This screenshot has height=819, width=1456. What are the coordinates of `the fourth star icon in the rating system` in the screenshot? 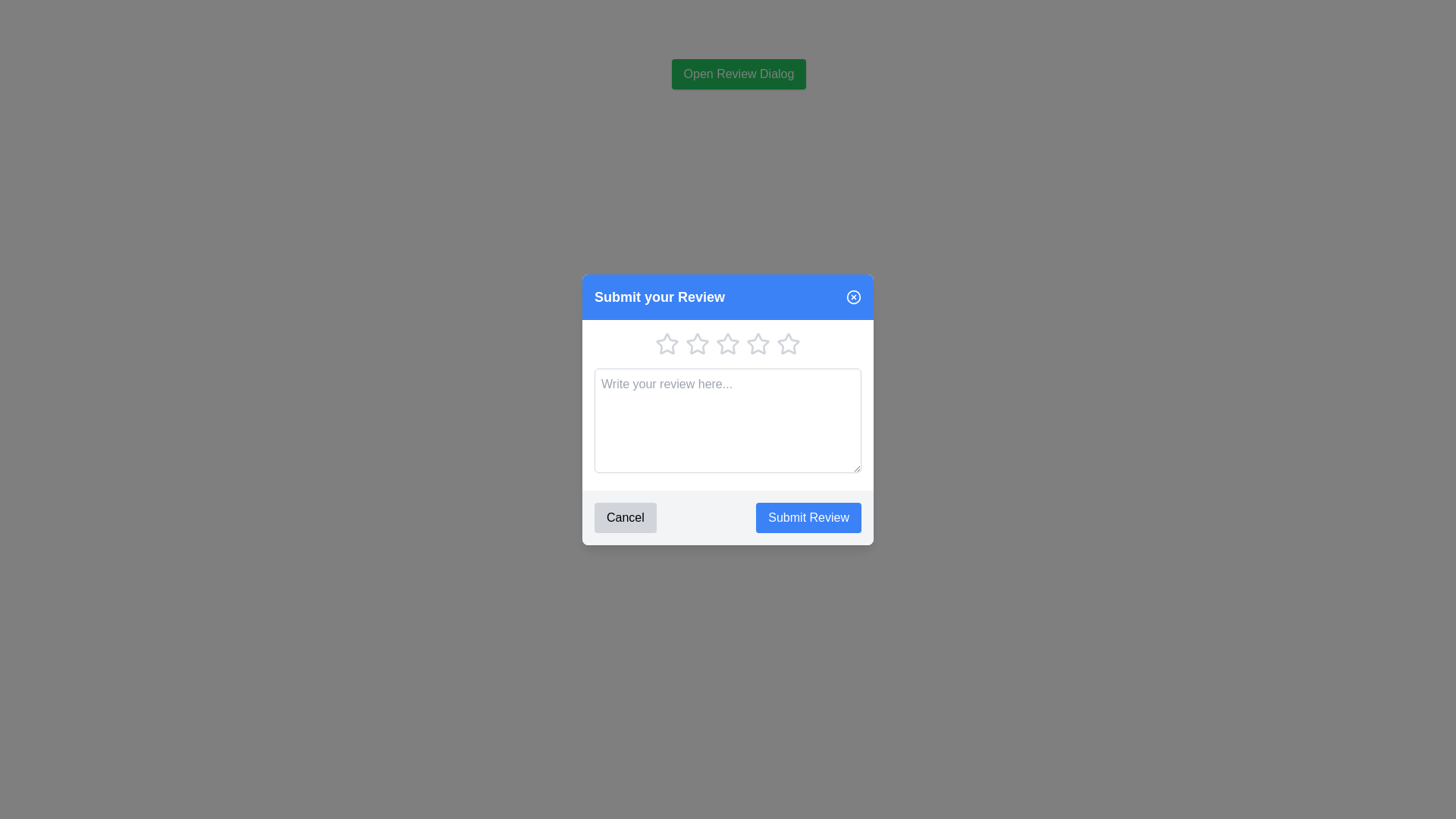 It's located at (758, 344).